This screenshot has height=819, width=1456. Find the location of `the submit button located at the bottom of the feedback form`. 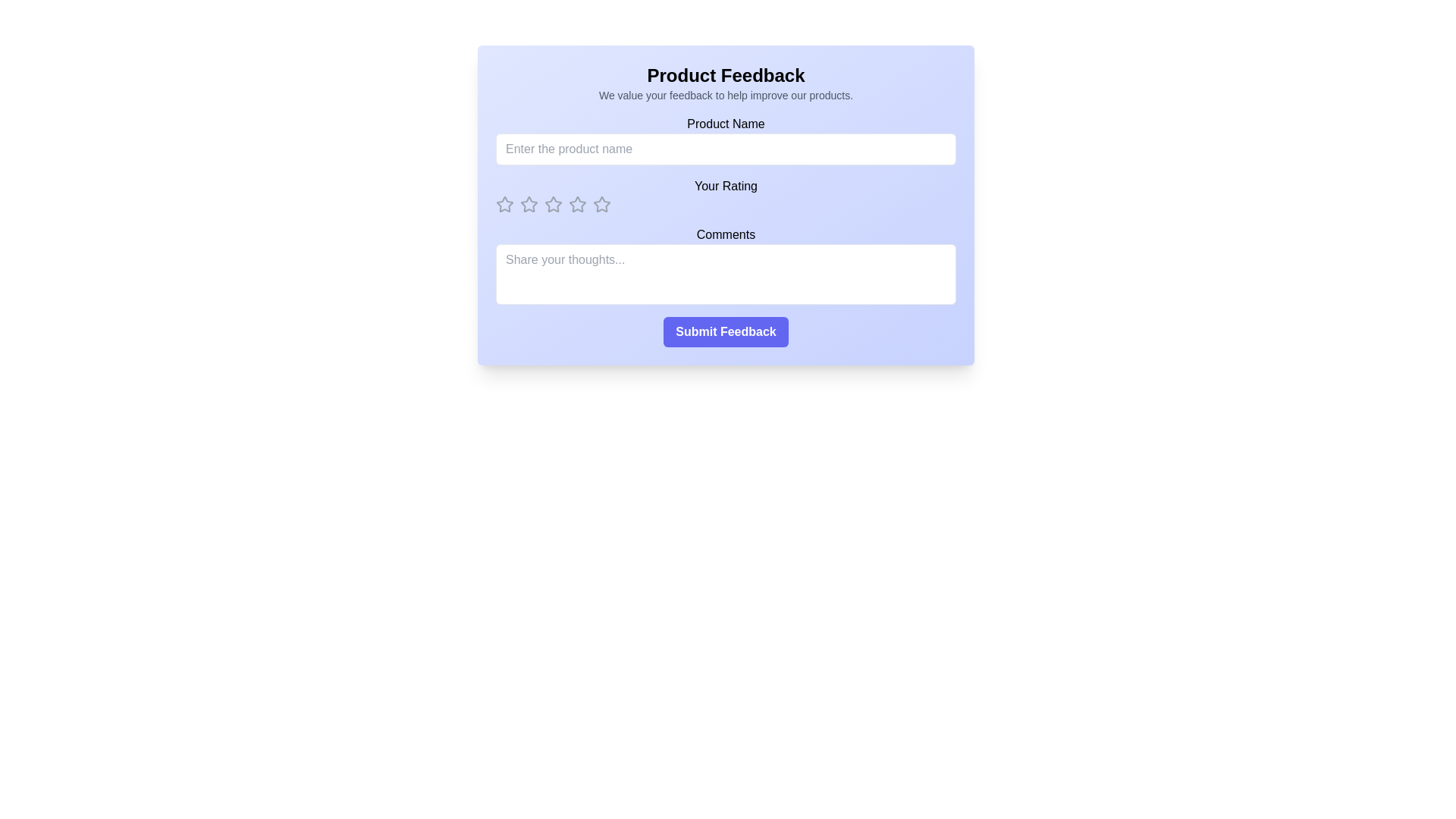

the submit button located at the bottom of the feedback form is located at coordinates (725, 331).